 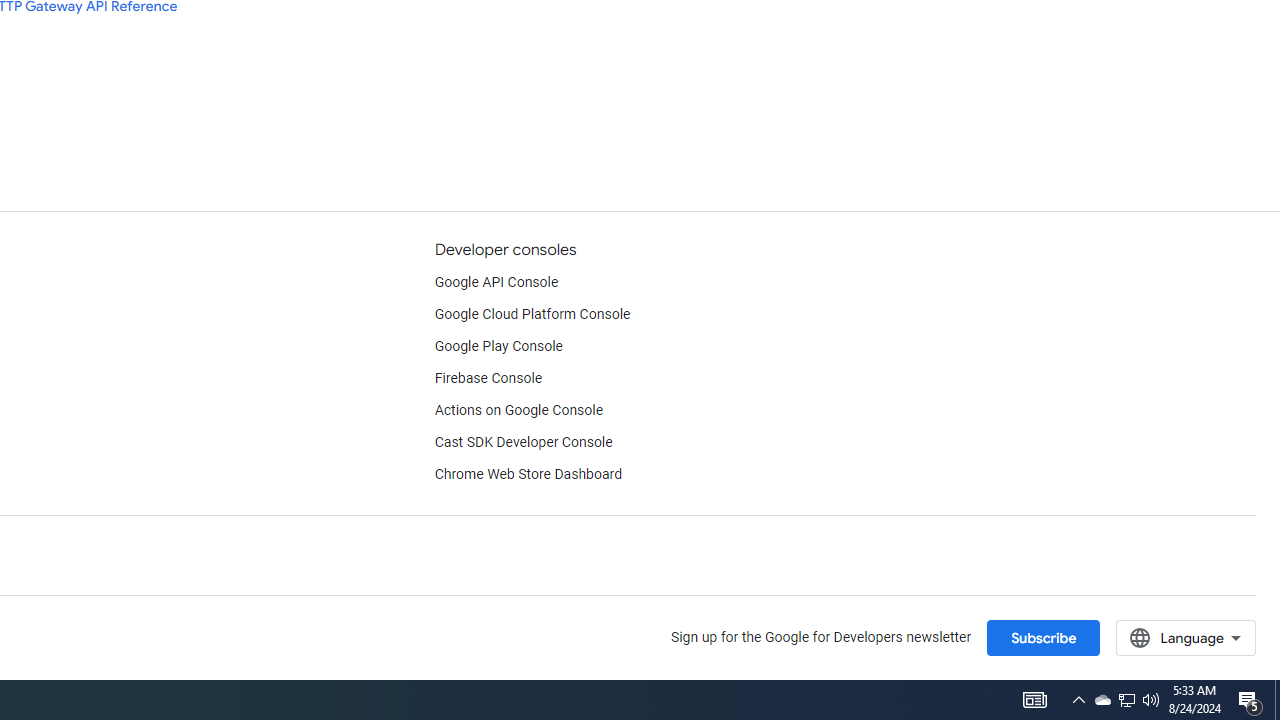 I want to click on 'Google Play Console', so click(x=498, y=346).